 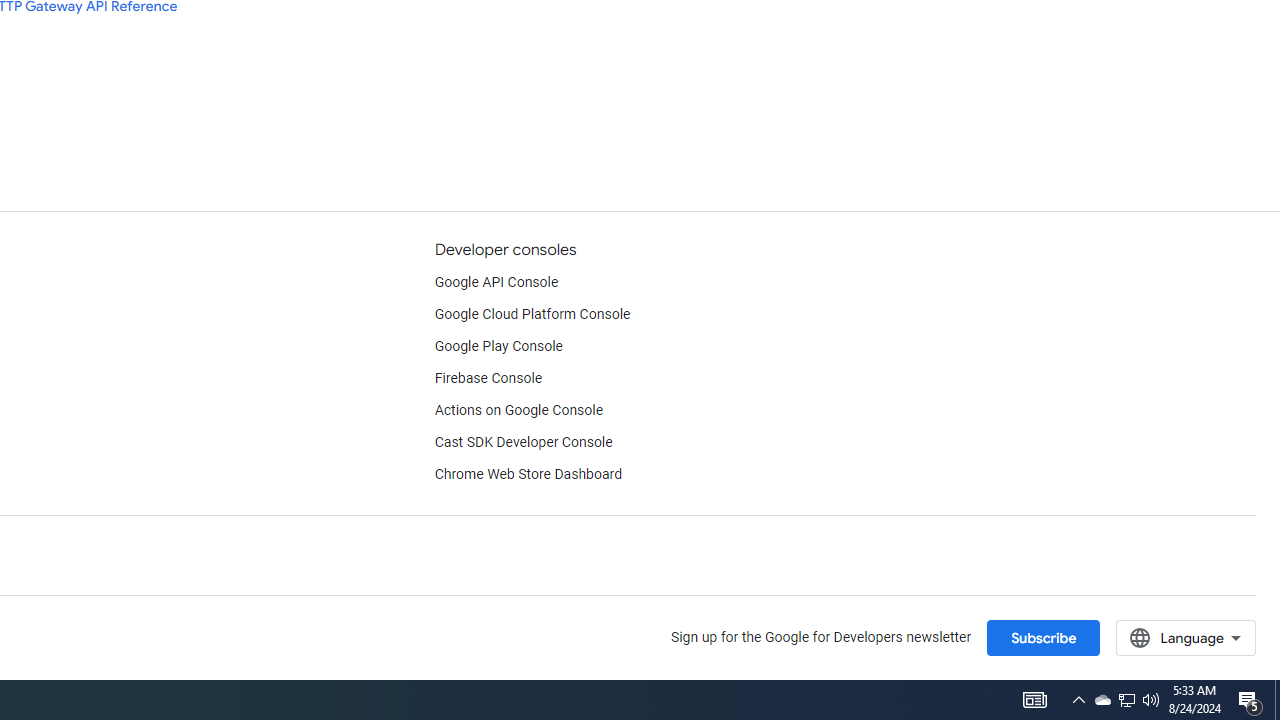 I want to click on 'Google Play Console', so click(x=498, y=346).